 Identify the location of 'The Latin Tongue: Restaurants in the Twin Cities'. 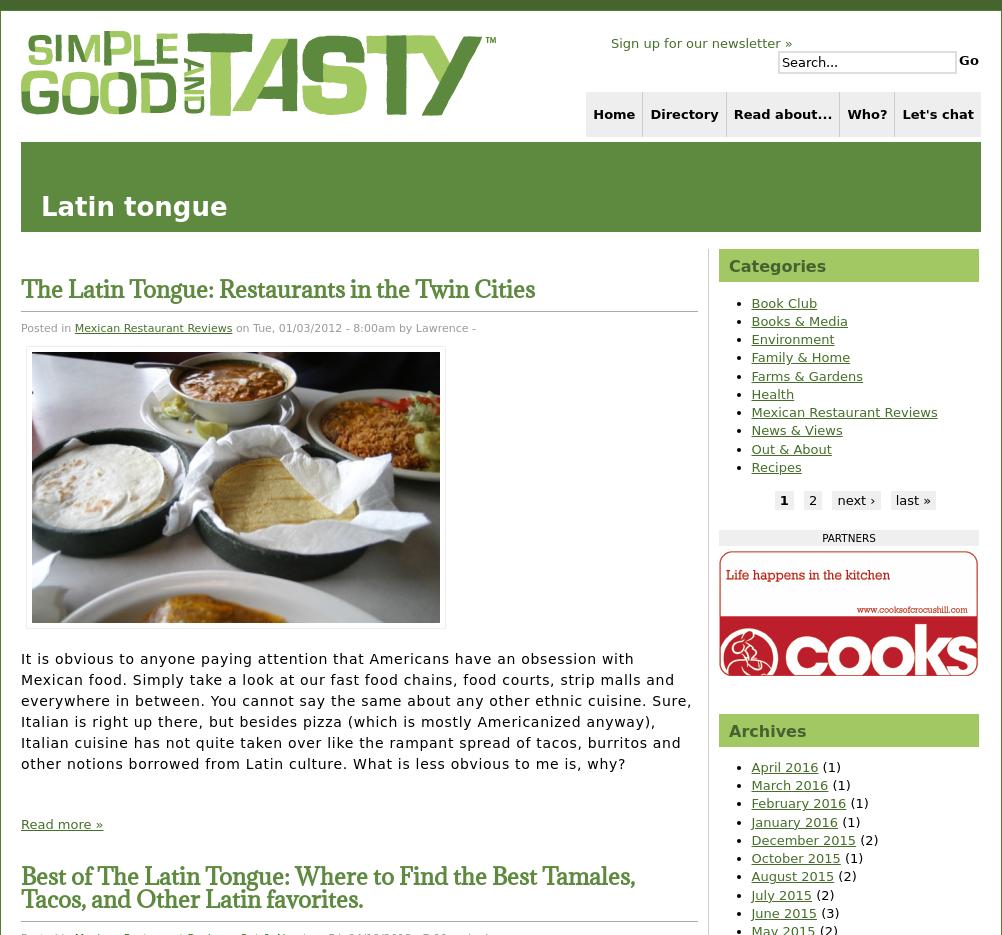
(21, 286).